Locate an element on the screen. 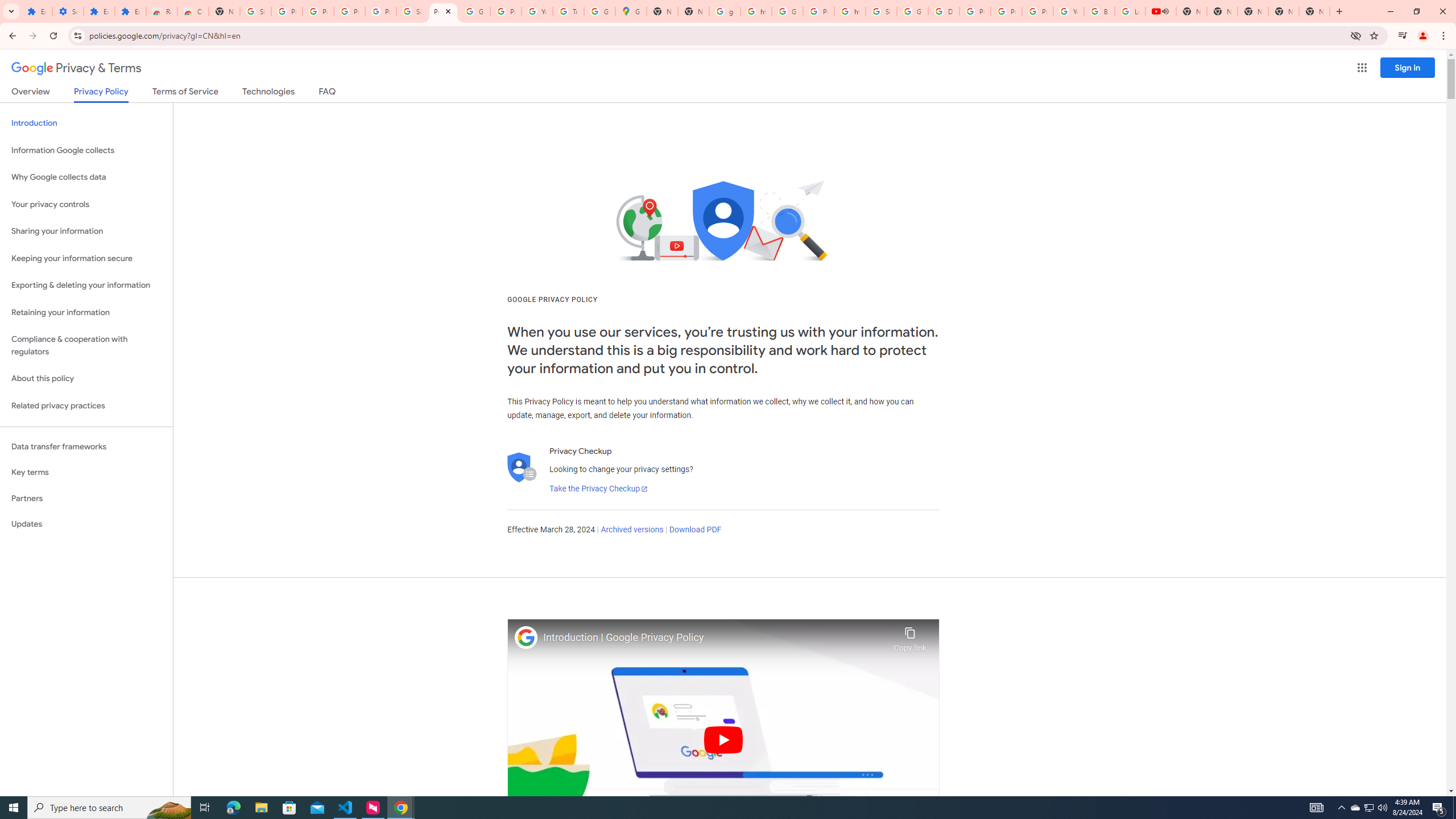 The image size is (1456, 819). 'Google Maps' is located at coordinates (630, 11).